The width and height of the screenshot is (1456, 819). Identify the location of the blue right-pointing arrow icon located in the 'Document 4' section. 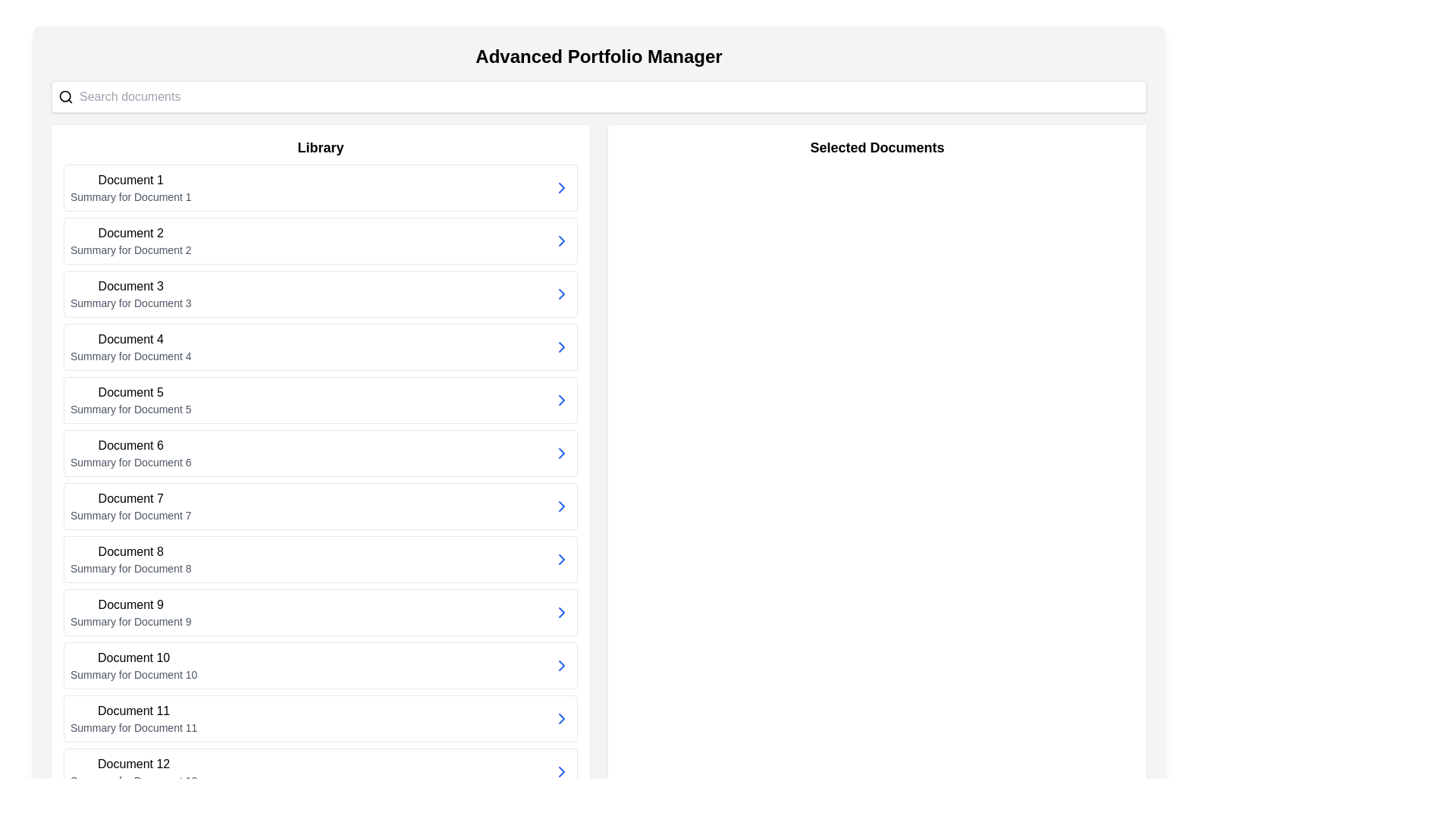
(560, 347).